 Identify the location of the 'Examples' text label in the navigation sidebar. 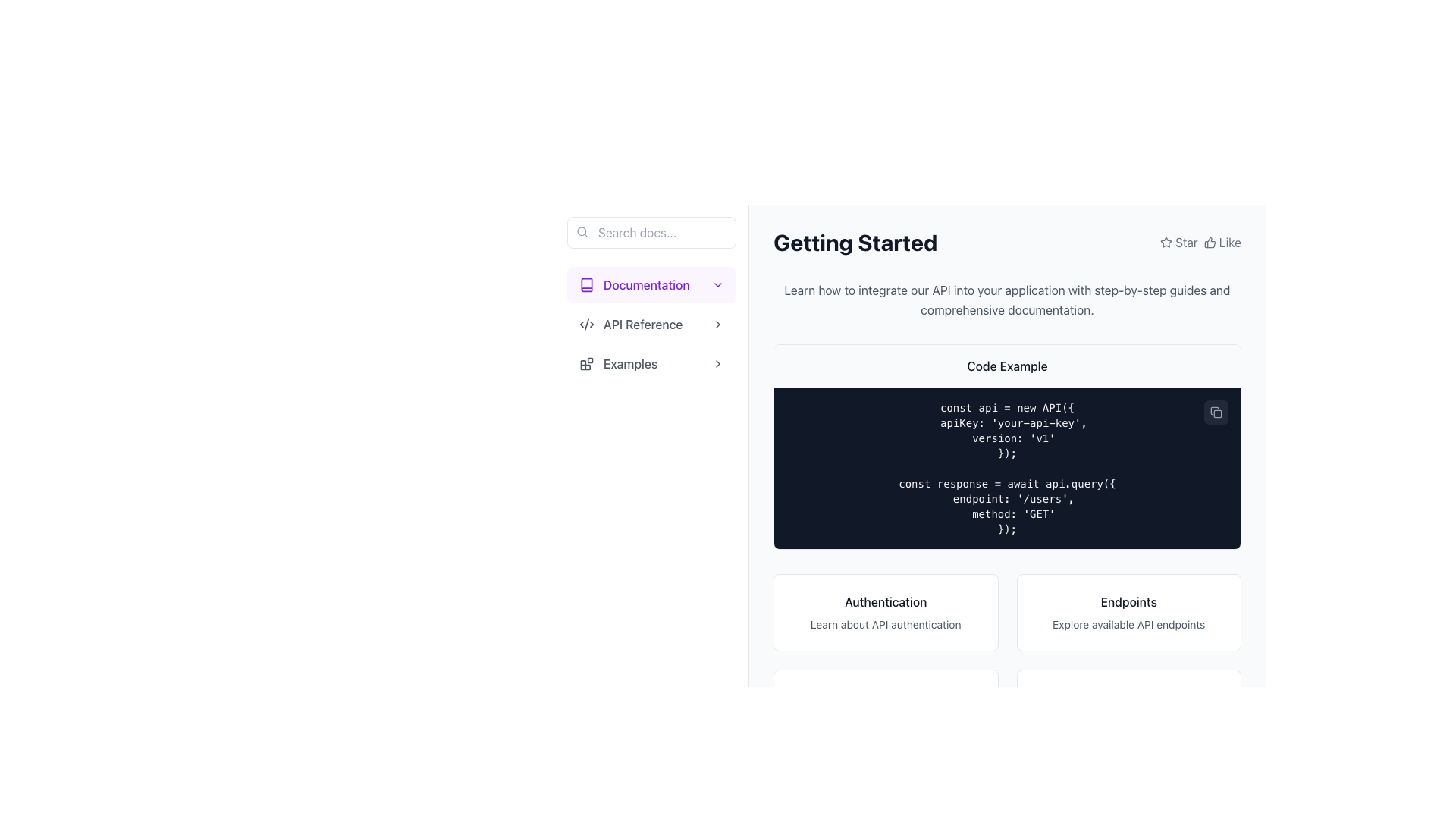
(630, 363).